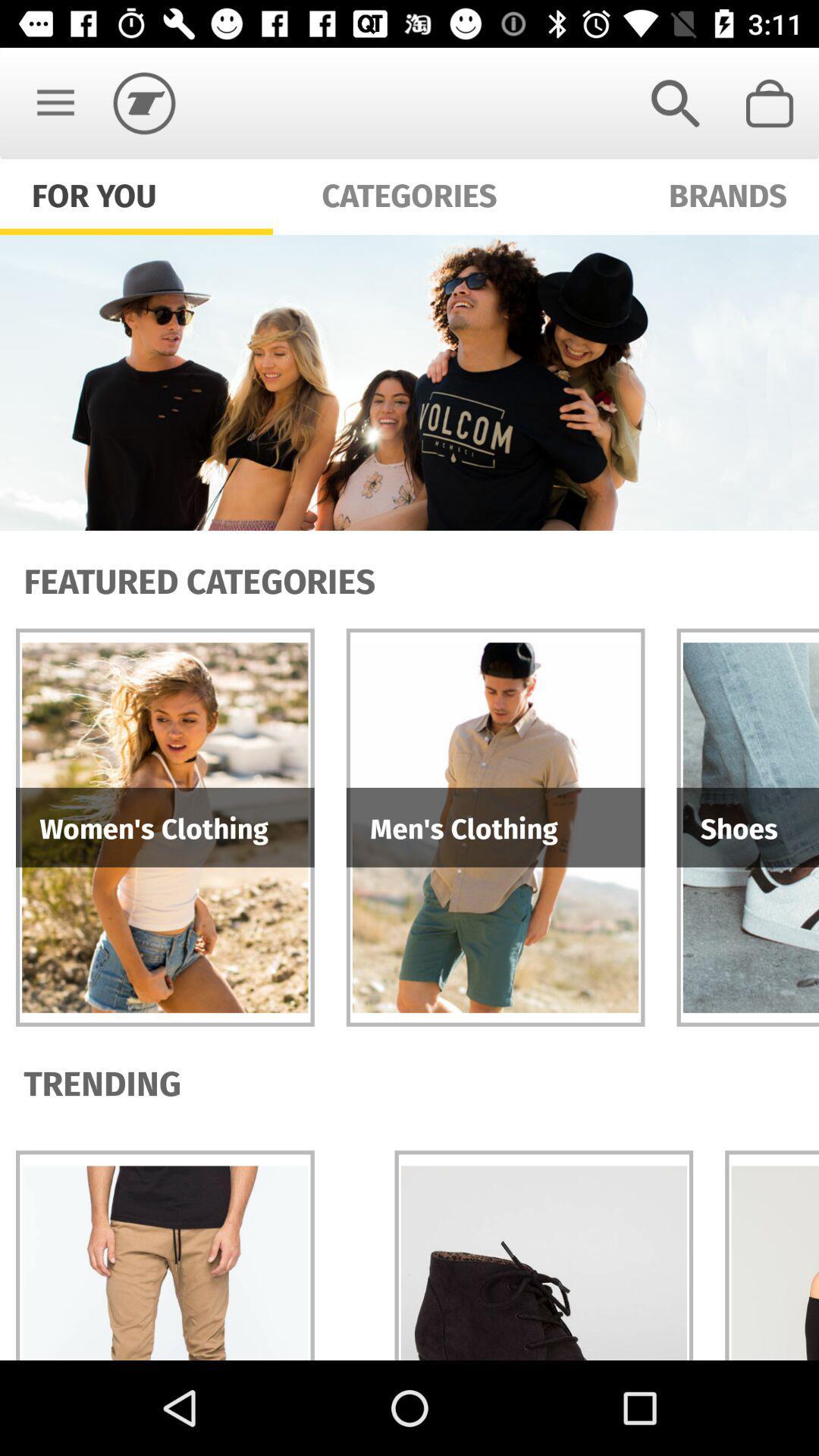 The height and width of the screenshot is (1456, 819). I want to click on the icon to the right of the categories icon, so click(675, 102).